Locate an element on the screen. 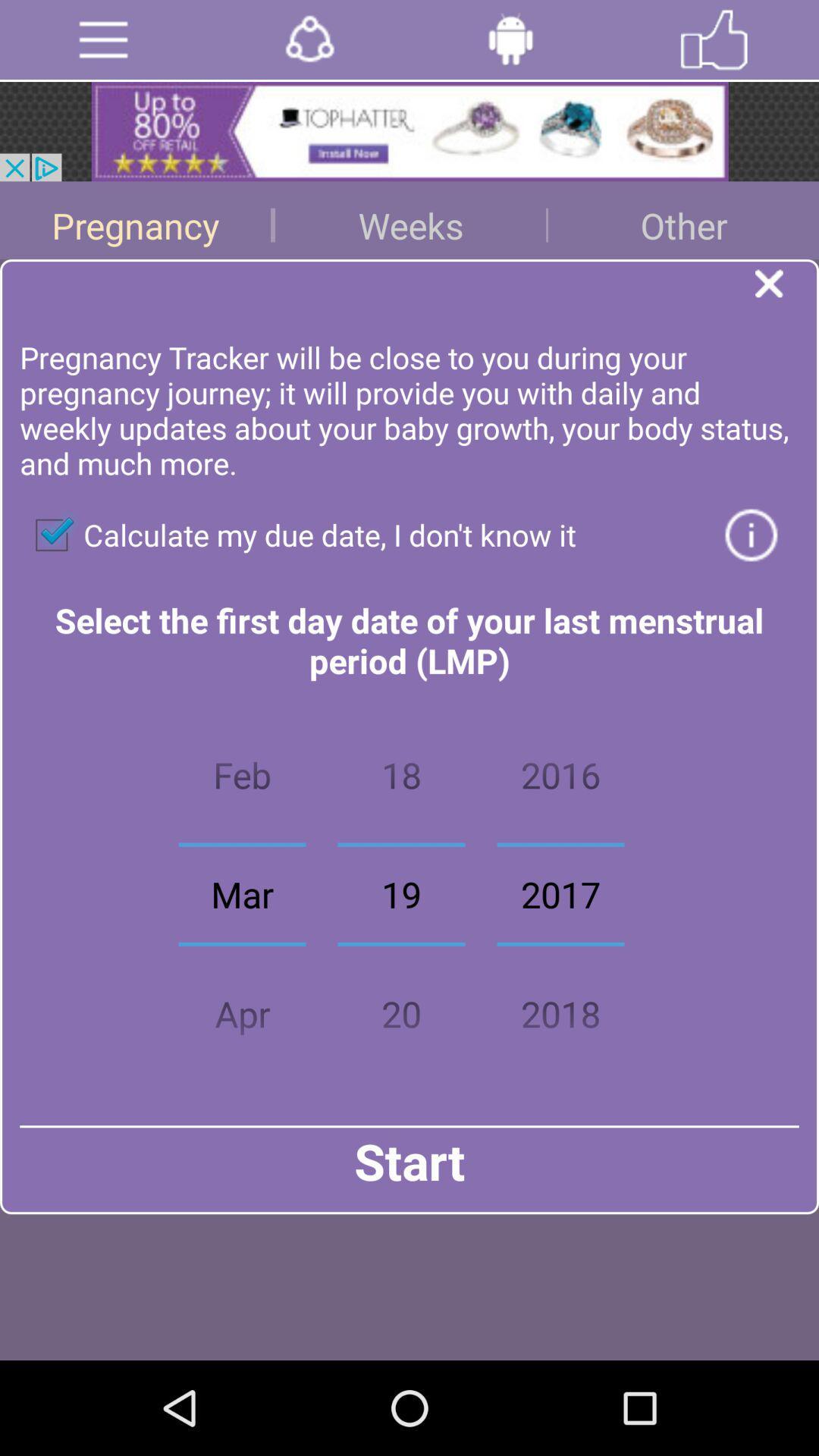  exit the window is located at coordinates (786, 288).